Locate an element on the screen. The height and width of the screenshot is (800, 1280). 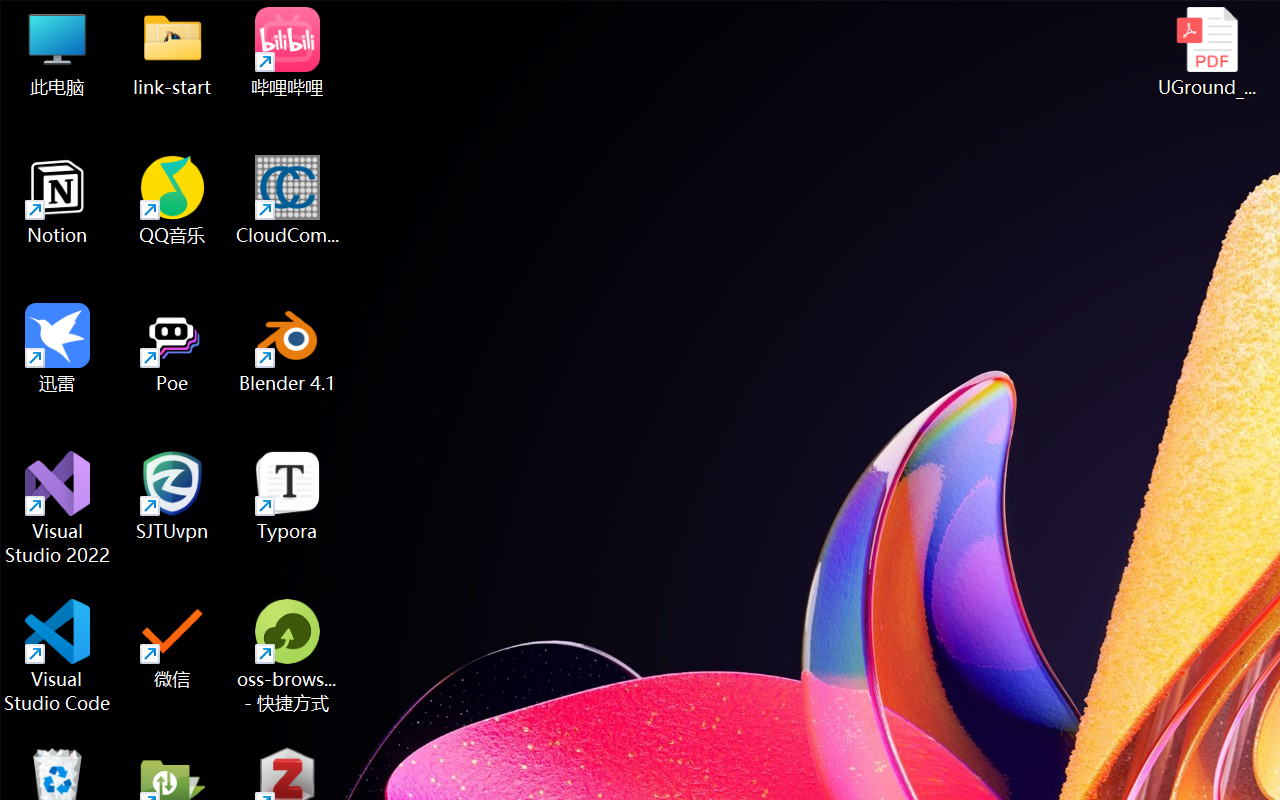
'UGround_paper.pdf' is located at coordinates (1206, 51).